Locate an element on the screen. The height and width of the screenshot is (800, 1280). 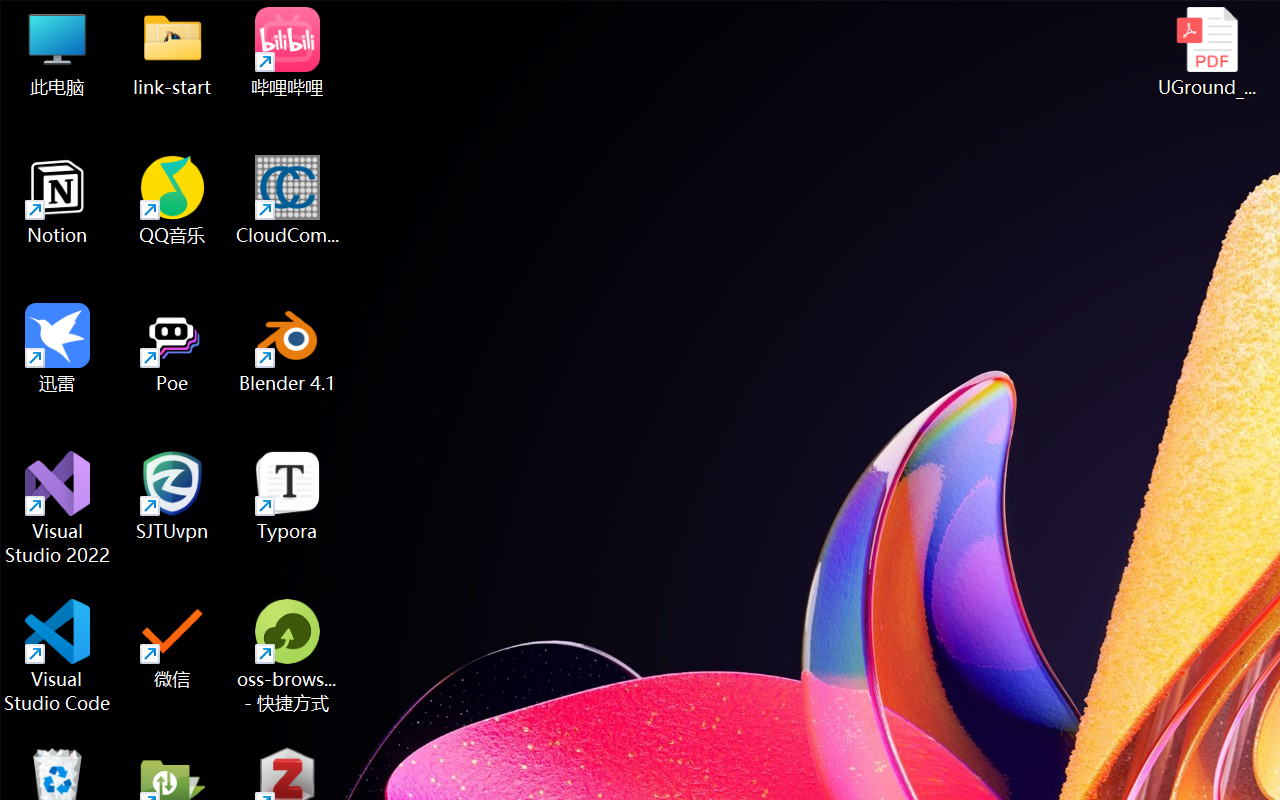
'UGround_paper.pdf' is located at coordinates (1206, 51).